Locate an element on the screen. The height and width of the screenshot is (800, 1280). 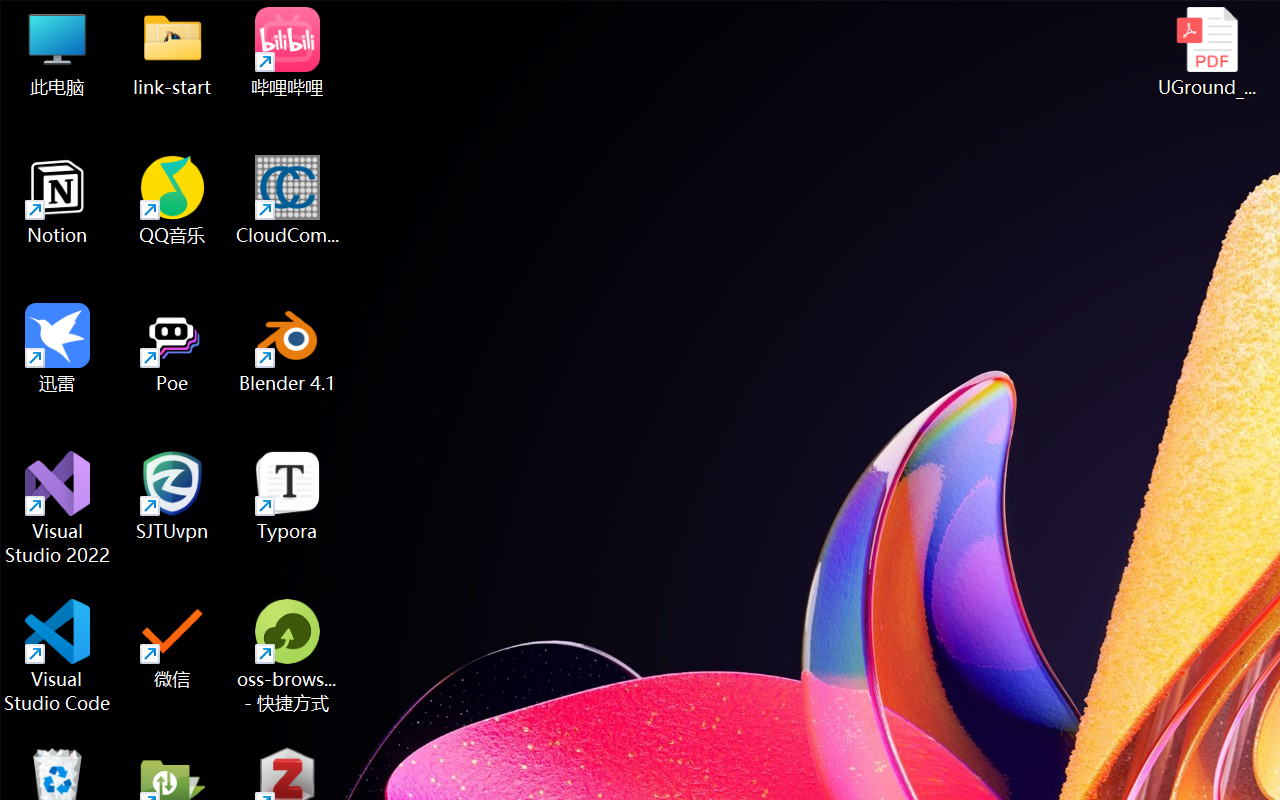
'UGround_paper.pdf' is located at coordinates (1206, 51).